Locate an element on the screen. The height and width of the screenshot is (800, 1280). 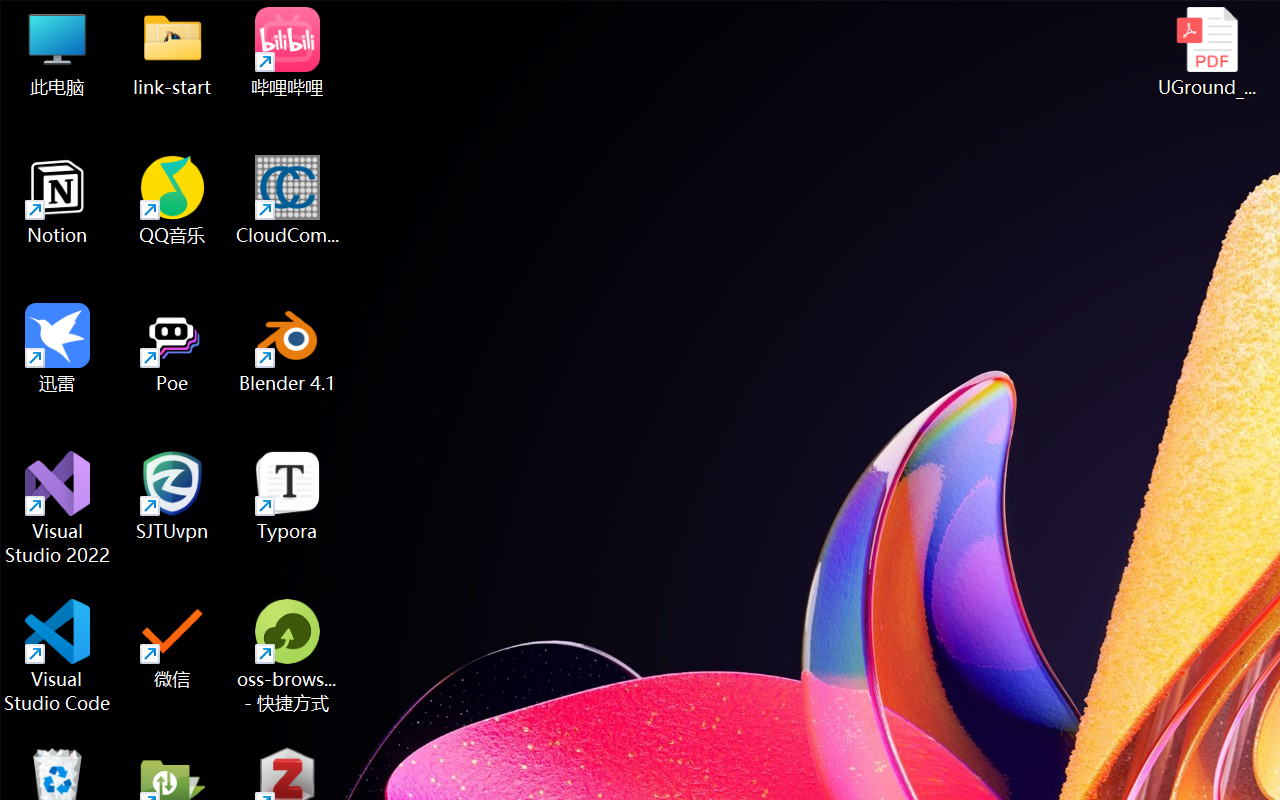
'UGround_paper.pdf' is located at coordinates (1206, 51).